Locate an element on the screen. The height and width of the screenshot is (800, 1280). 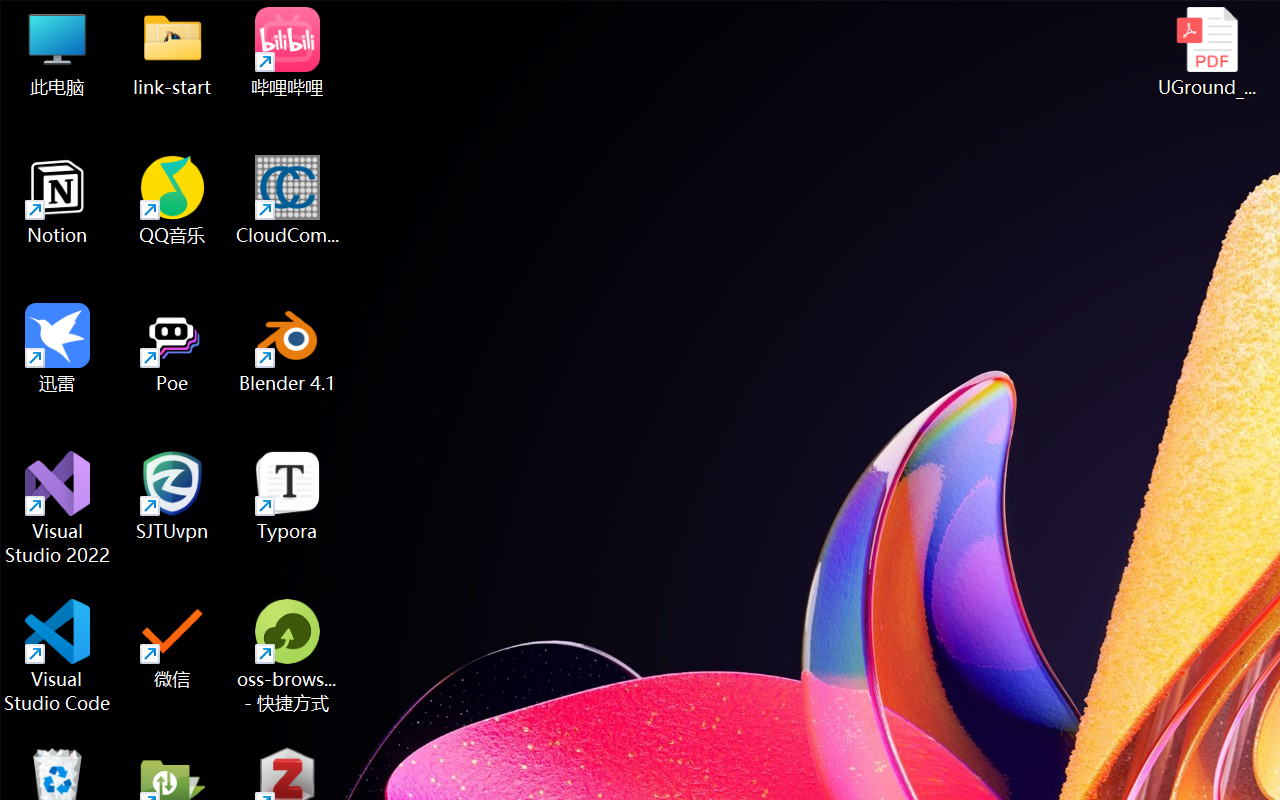
'UGround_paper.pdf' is located at coordinates (1206, 51).